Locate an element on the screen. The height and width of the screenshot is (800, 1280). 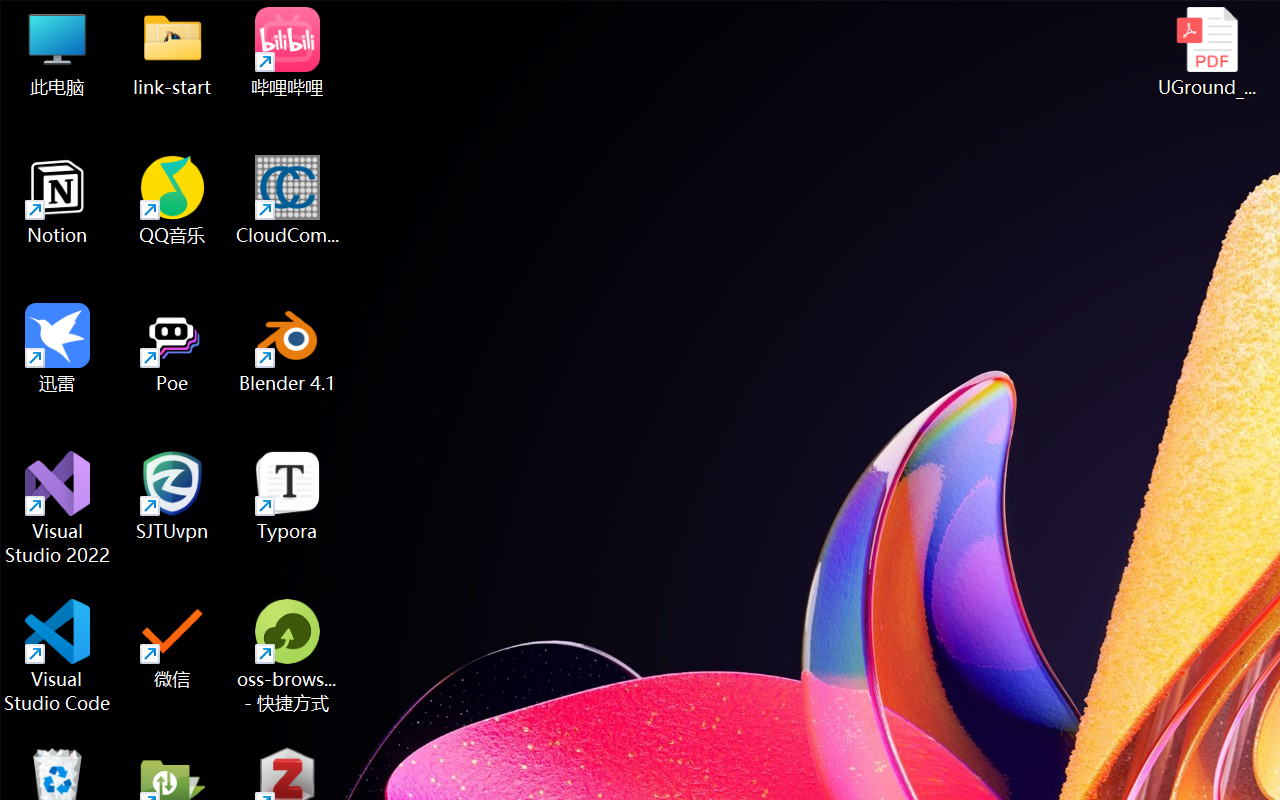
'UGround_paper.pdf' is located at coordinates (1206, 51).